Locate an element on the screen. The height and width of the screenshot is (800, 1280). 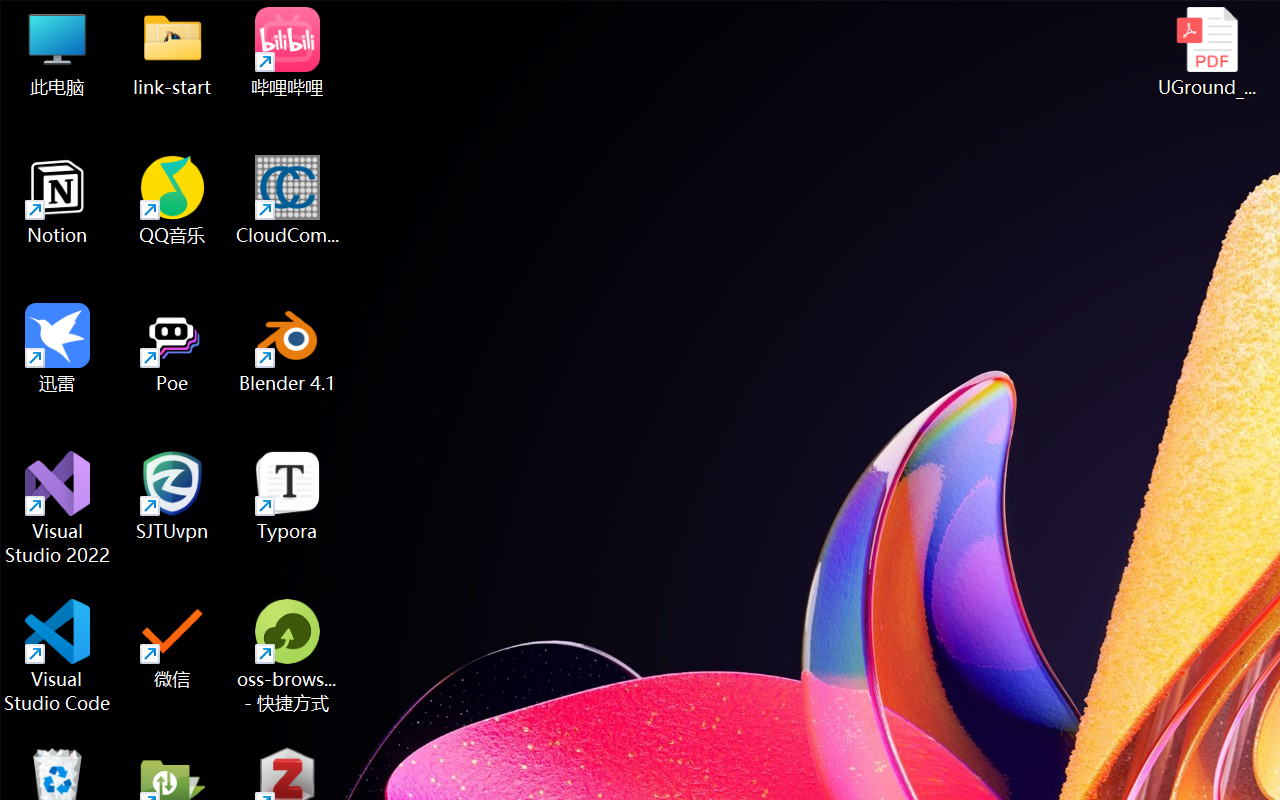
'UGround_paper.pdf' is located at coordinates (1206, 51).